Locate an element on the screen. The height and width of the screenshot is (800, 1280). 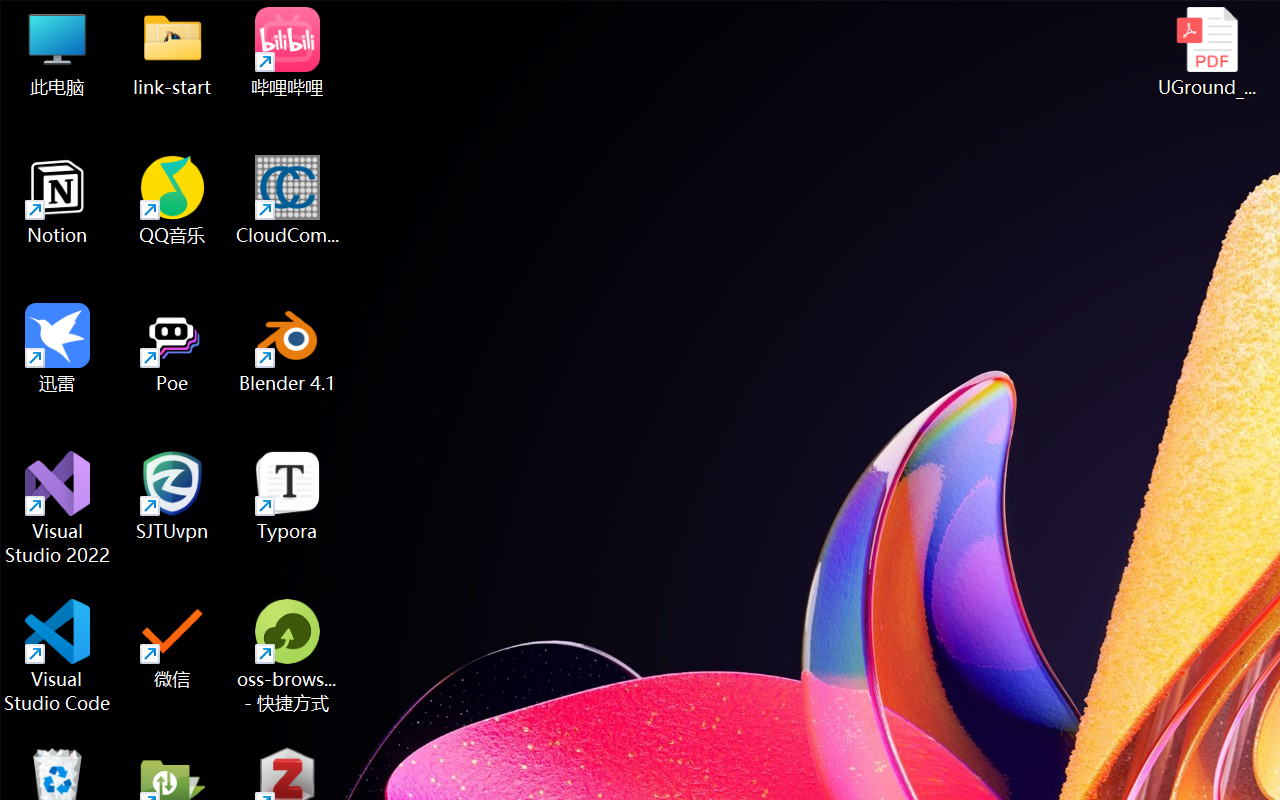
'UGround_paper.pdf' is located at coordinates (1206, 51).